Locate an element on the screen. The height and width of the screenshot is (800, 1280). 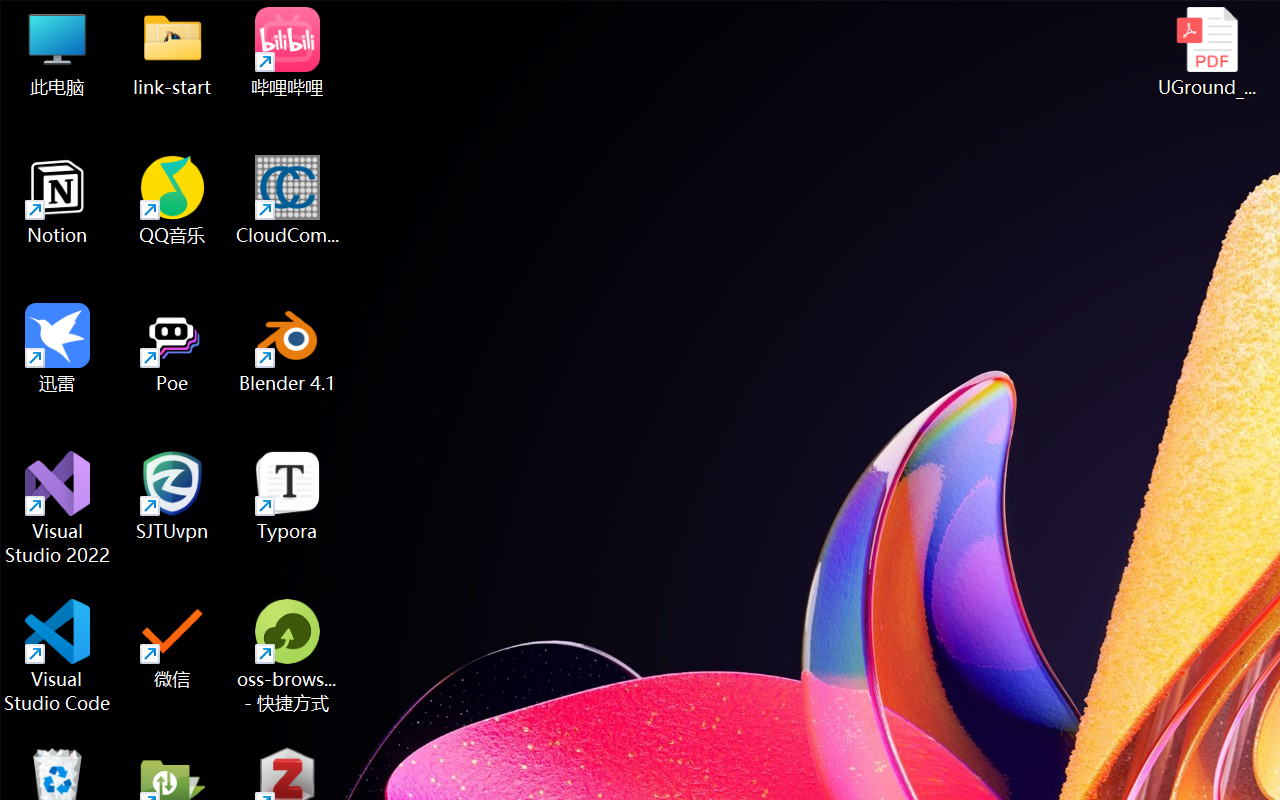
'UGround_paper.pdf' is located at coordinates (1206, 51).